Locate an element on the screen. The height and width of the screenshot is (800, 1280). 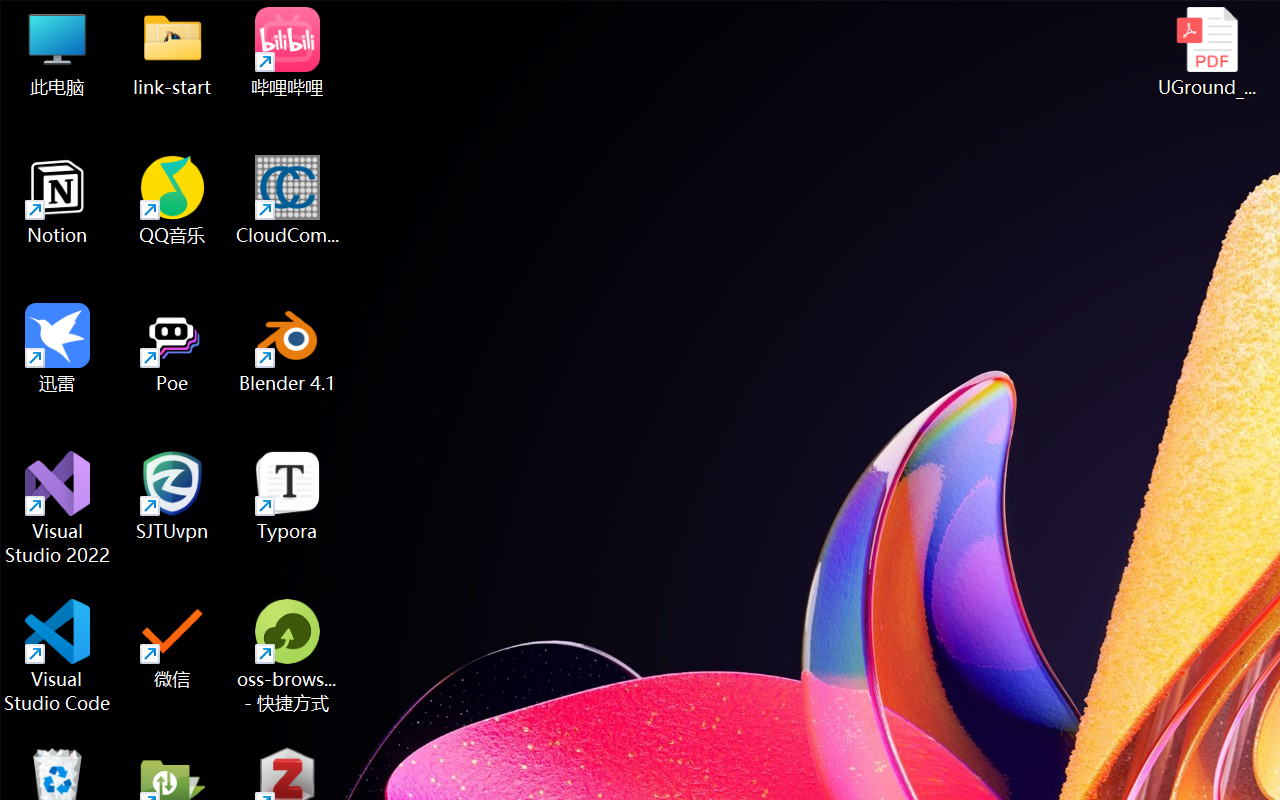
'UGround_paper.pdf' is located at coordinates (1206, 51).